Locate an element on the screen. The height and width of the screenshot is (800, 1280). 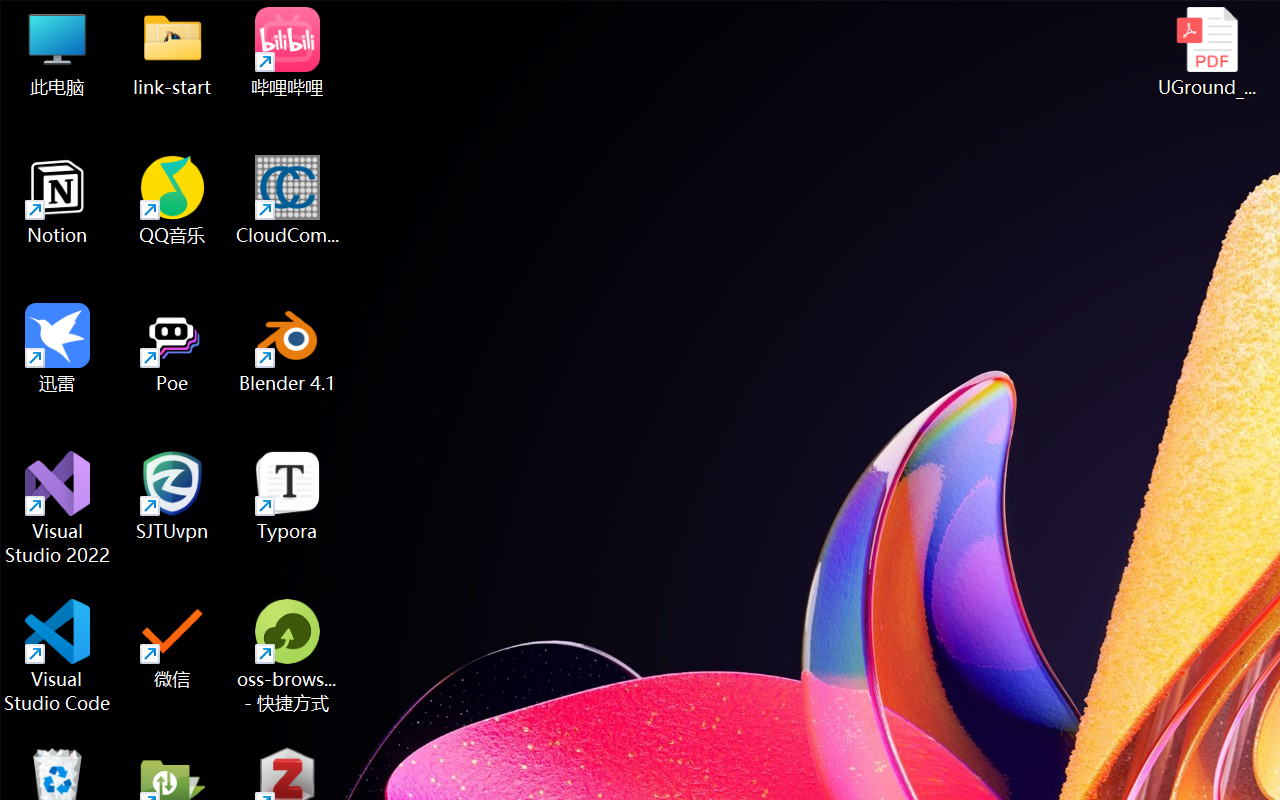
'UGround_paper.pdf' is located at coordinates (1206, 51).